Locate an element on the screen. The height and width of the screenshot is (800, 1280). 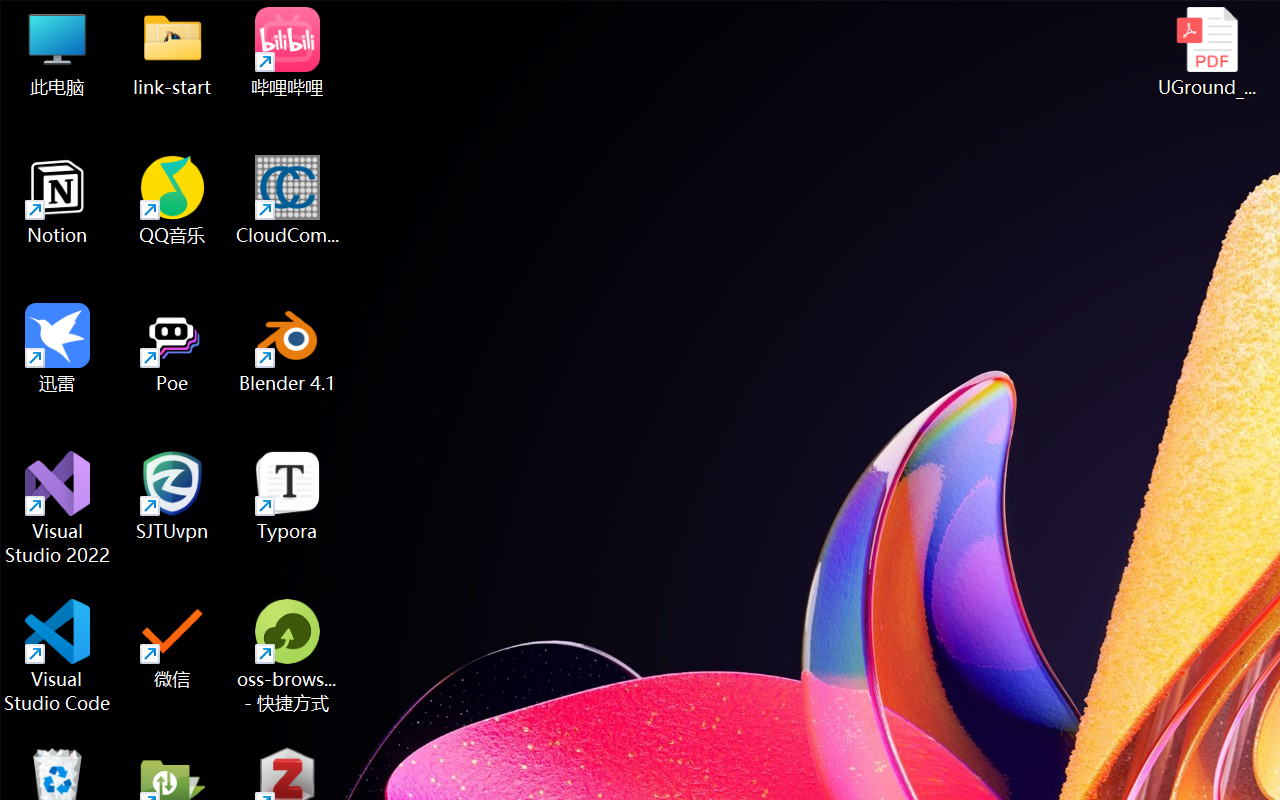
'UGround_paper.pdf' is located at coordinates (1206, 51).